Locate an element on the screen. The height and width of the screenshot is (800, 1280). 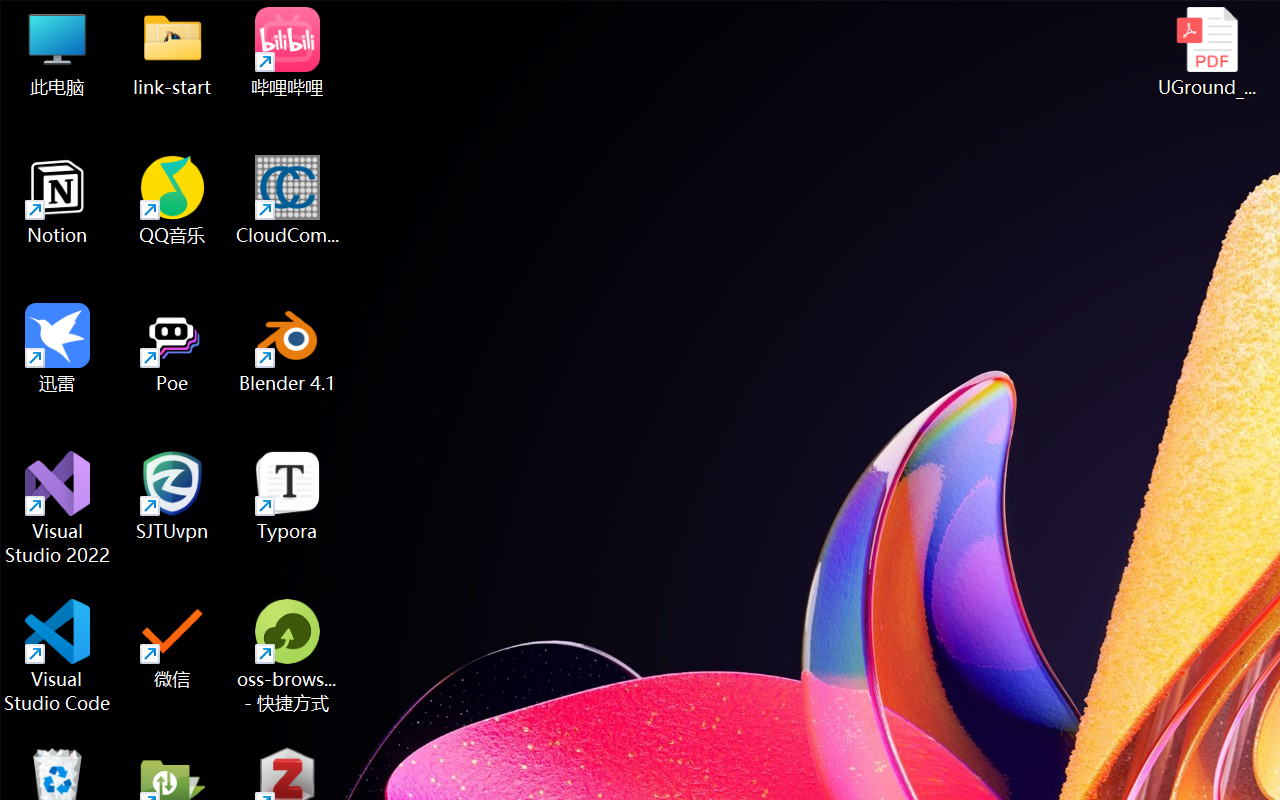
'UGround_paper.pdf' is located at coordinates (1206, 51).